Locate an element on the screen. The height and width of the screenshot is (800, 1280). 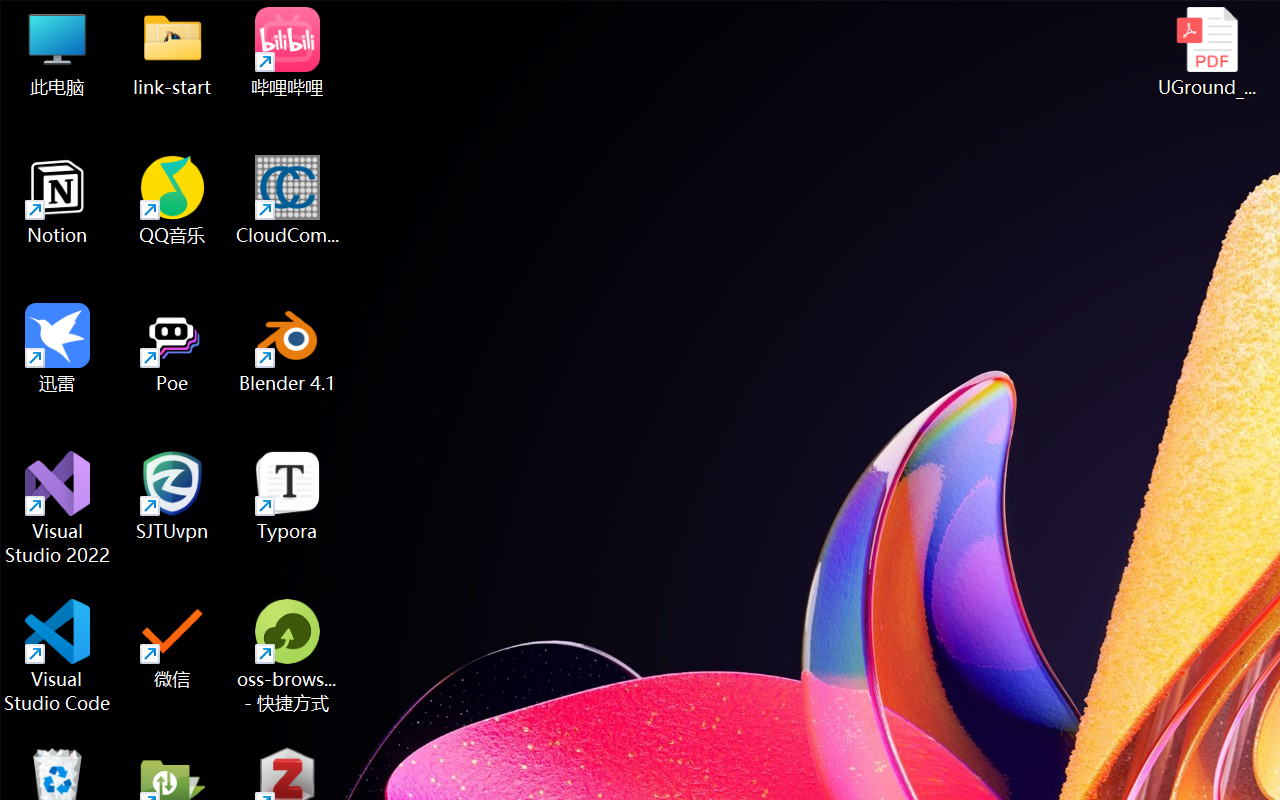
'UGround_paper.pdf' is located at coordinates (1206, 51).